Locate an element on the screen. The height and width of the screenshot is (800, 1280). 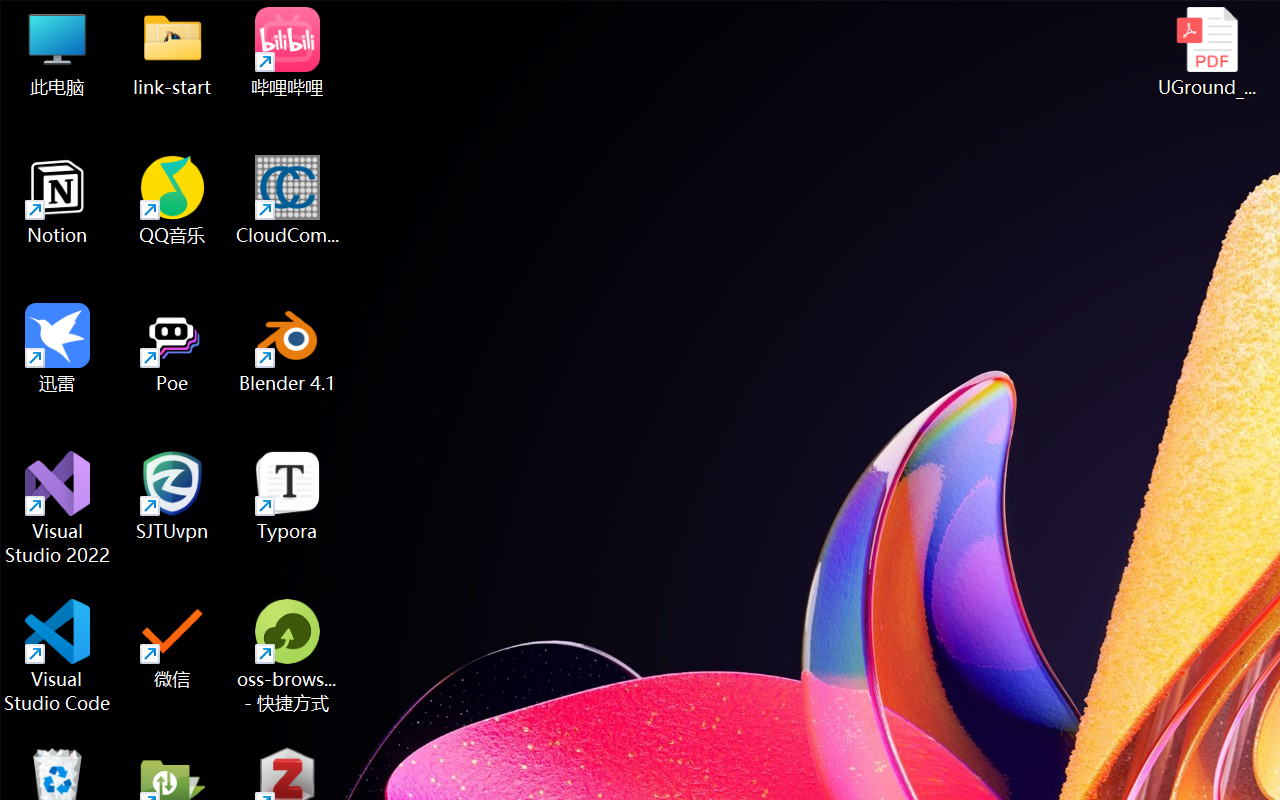
'UGround_paper.pdf' is located at coordinates (1206, 51).